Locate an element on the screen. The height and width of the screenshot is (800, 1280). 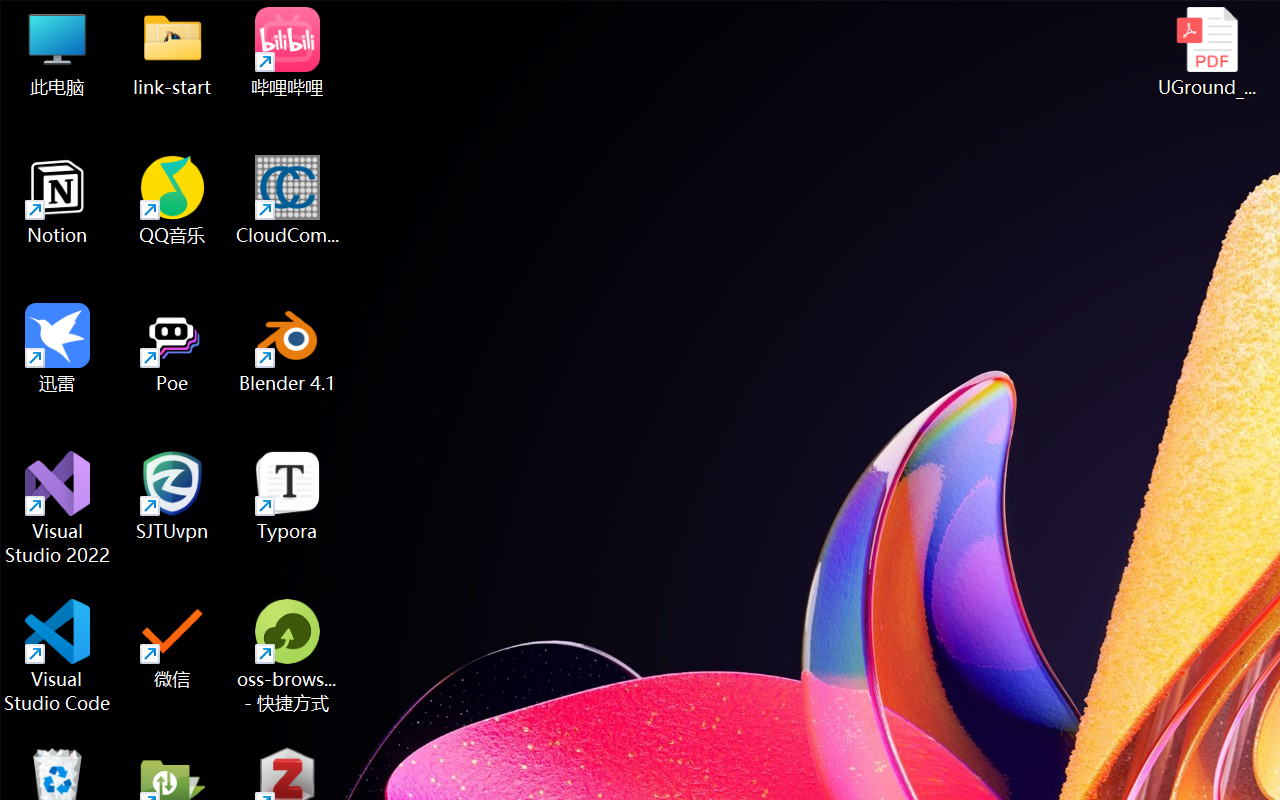
'UGround_paper.pdf' is located at coordinates (1206, 51).